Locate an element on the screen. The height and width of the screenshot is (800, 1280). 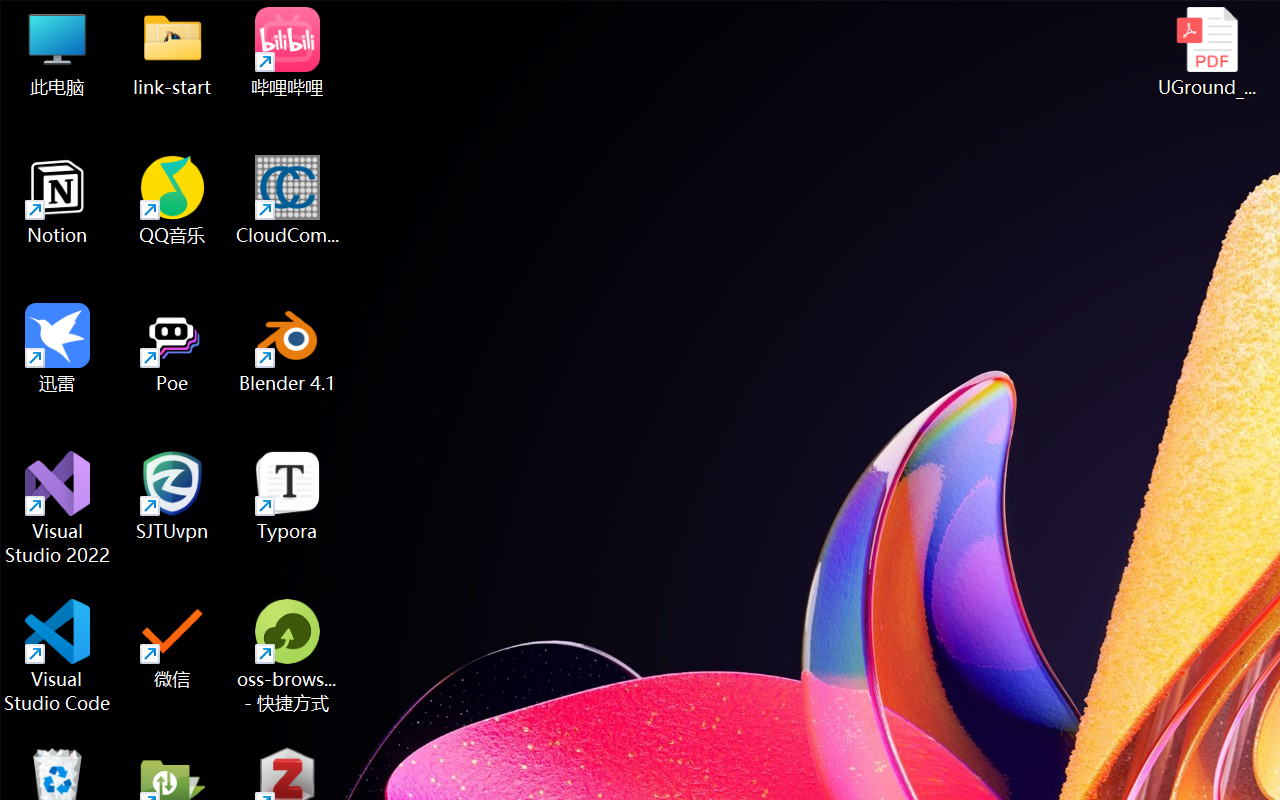
'UGround_paper.pdf' is located at coordinates (1206, 51).